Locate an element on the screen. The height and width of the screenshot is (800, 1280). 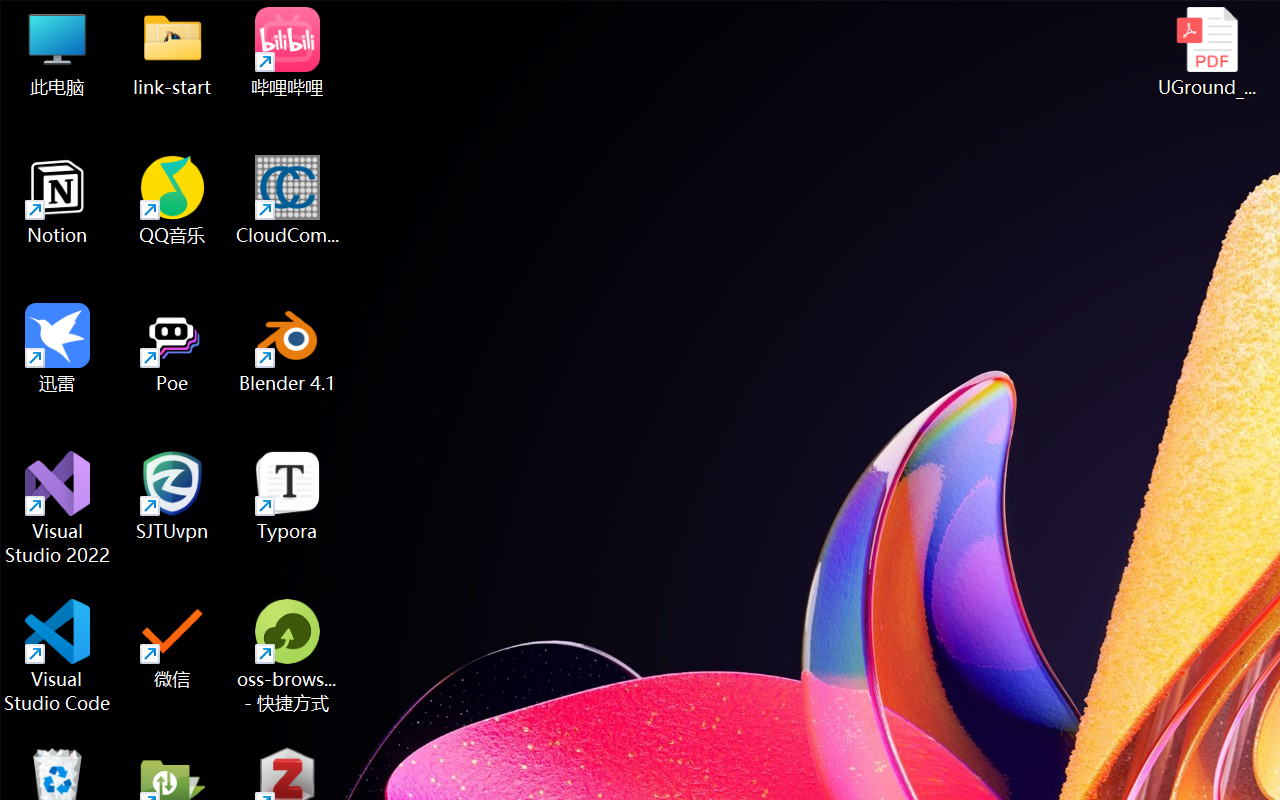
'UGround_paper.pdf' is located at coordinates (1206, 51).